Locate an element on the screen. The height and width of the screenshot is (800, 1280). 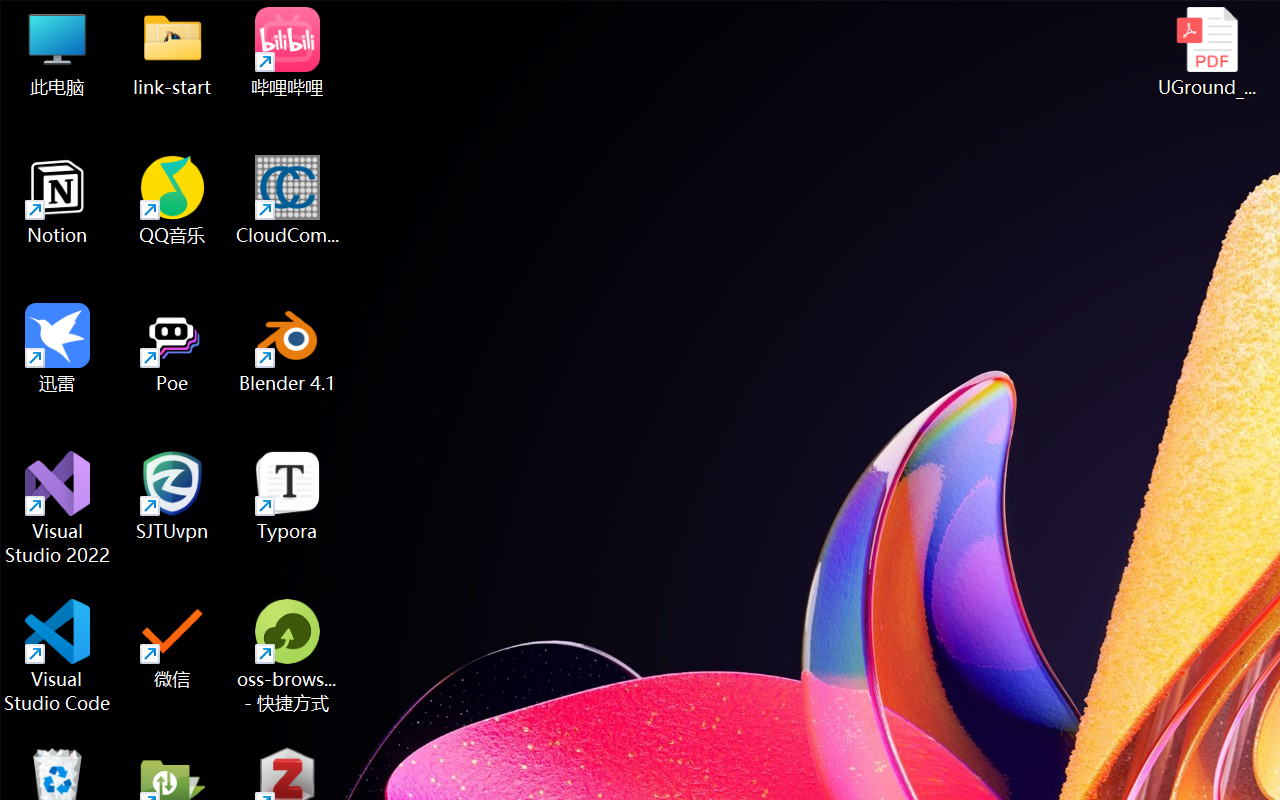
'UGround_paper.pdf' is located at coordinates (1206, 51).